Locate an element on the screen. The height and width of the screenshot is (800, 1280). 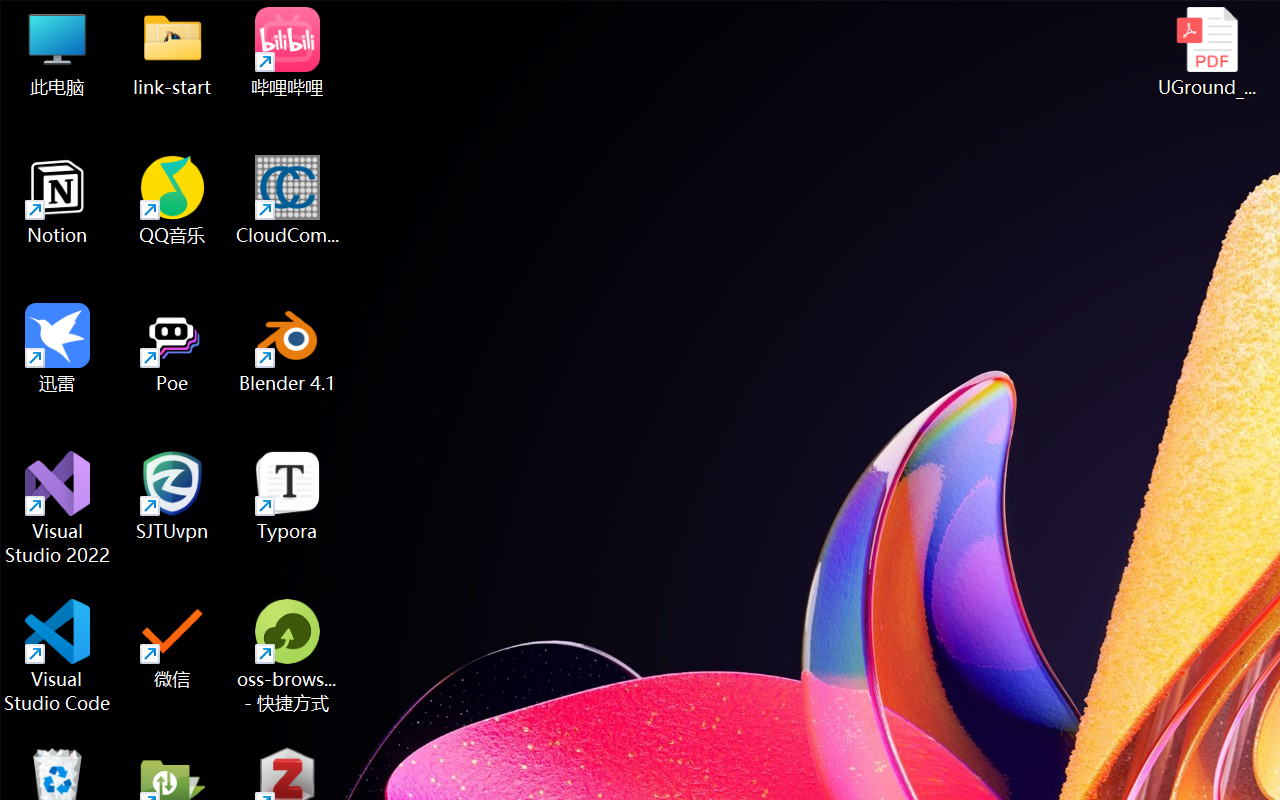
'UGround_paper.pdf' is located at coordinates (1206, 51).